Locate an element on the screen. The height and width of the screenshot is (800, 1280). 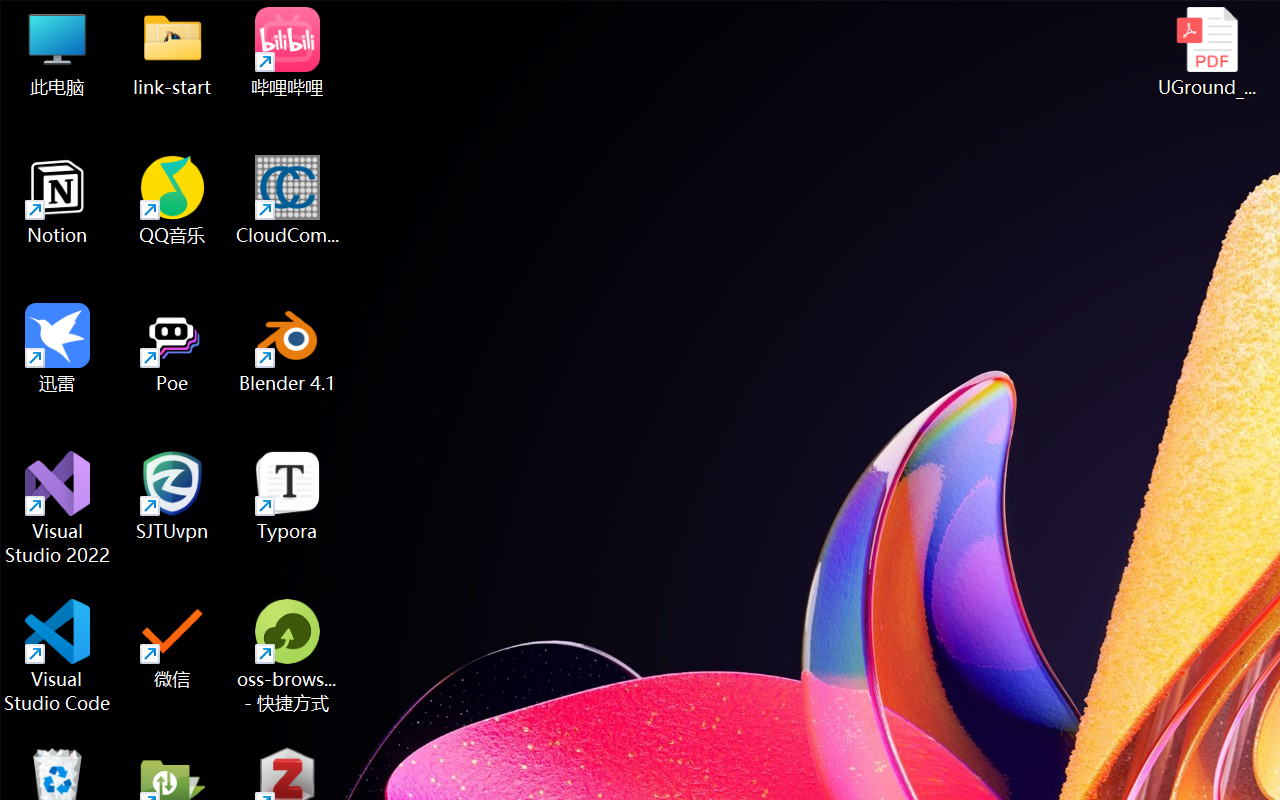
'UGround_paper.pdf' is located at coordinates (1206, 51).